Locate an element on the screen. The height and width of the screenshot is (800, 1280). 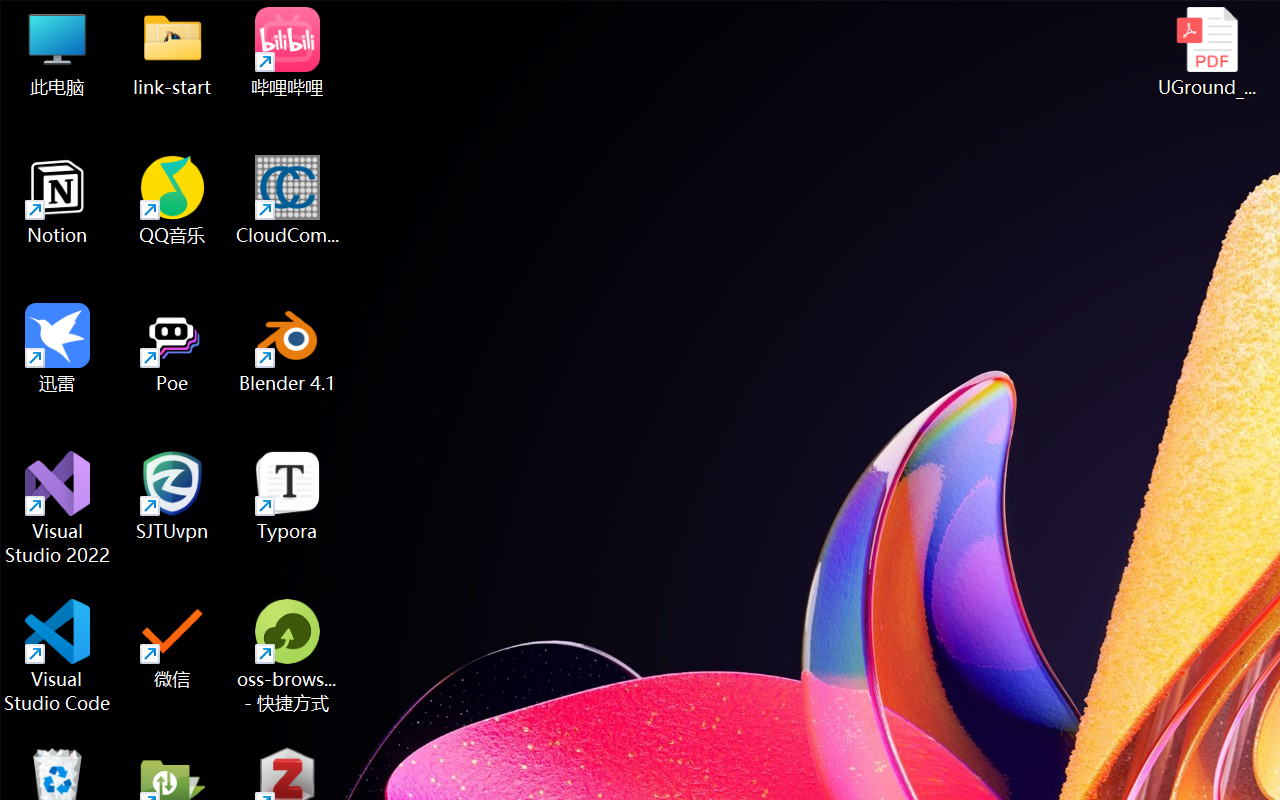
'UGround_paper.pdf' is located at coordinates (1206, 51).